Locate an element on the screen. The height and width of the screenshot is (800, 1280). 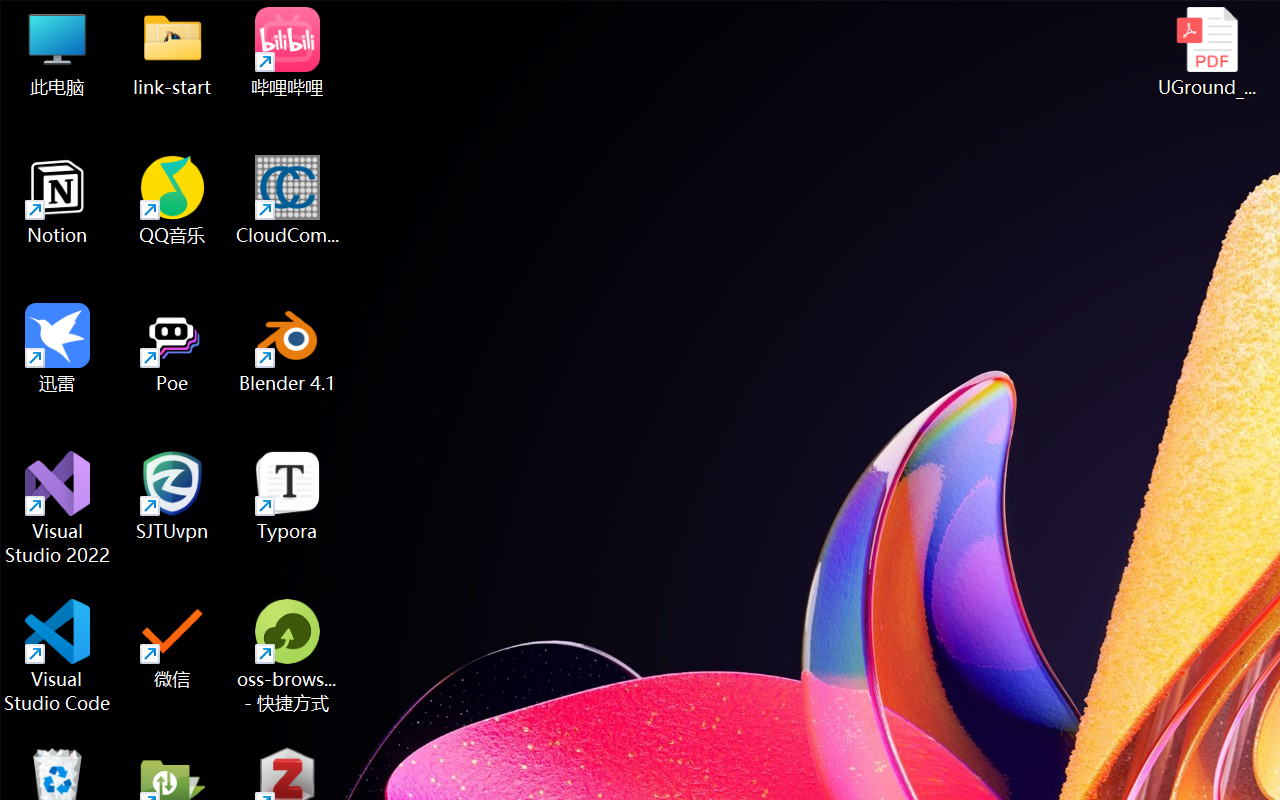
'UGround_paper.pdf' is located at coordinates (1206, 51).